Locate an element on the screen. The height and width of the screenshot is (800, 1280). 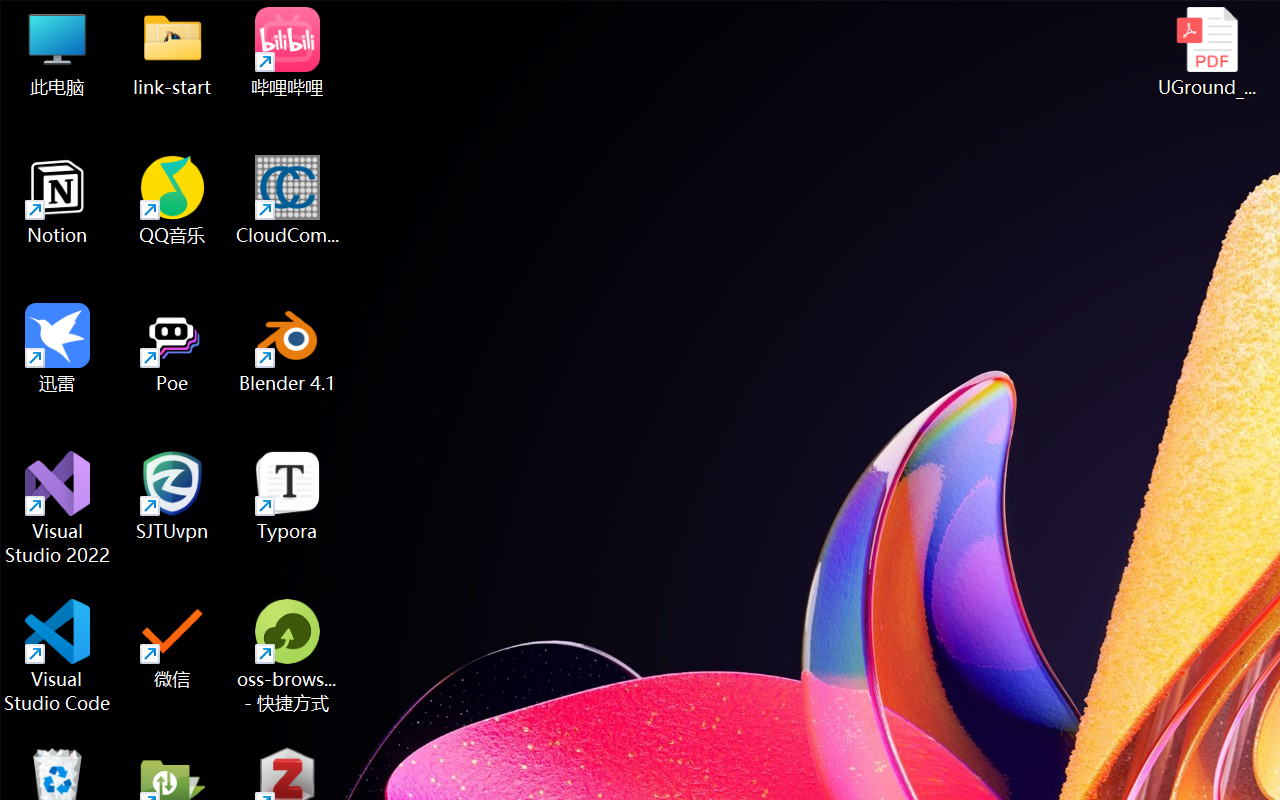
'UGround_paper.pdf' is located at coordinates (1206, 51).